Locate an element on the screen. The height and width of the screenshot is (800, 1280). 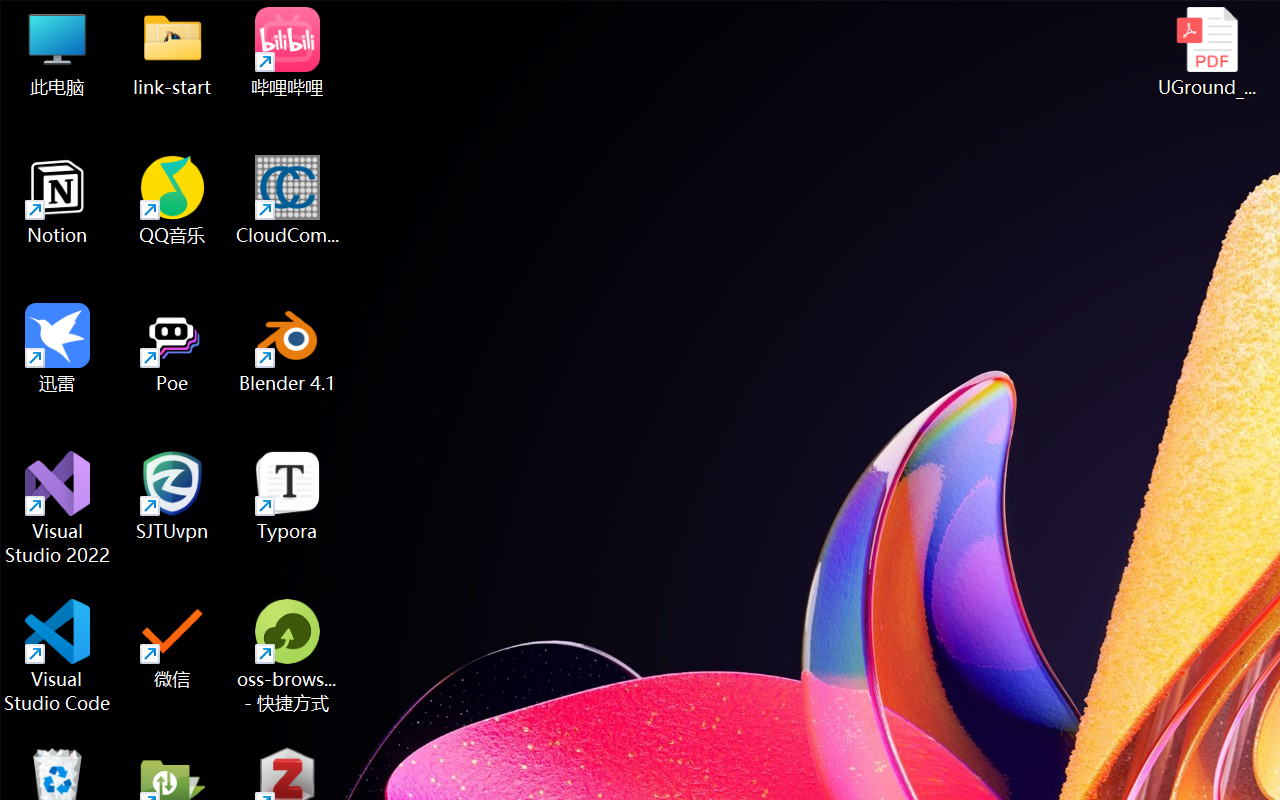
'UGround_paper.pdf' is located at coordinates (1206, 51).